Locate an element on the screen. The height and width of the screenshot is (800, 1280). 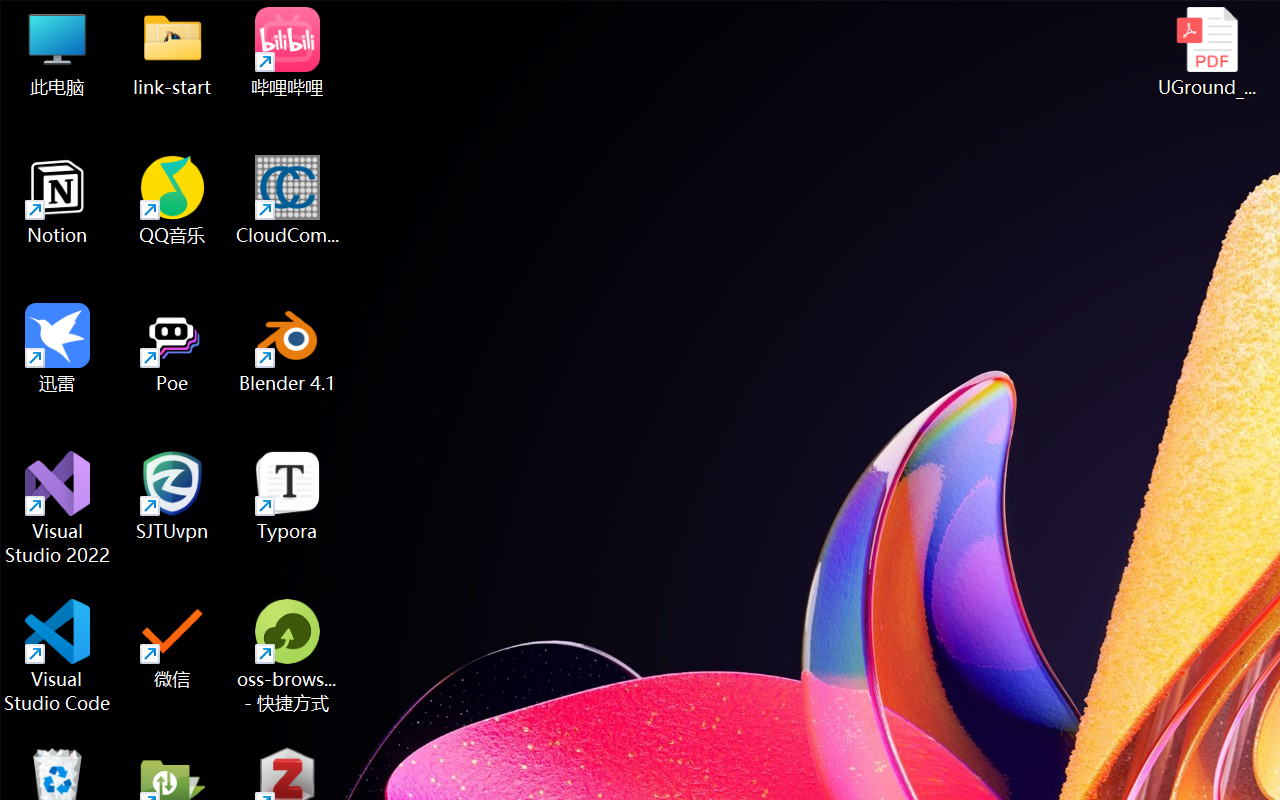
'UGround_paper.pdf' is located at coordinates (1206, 51).